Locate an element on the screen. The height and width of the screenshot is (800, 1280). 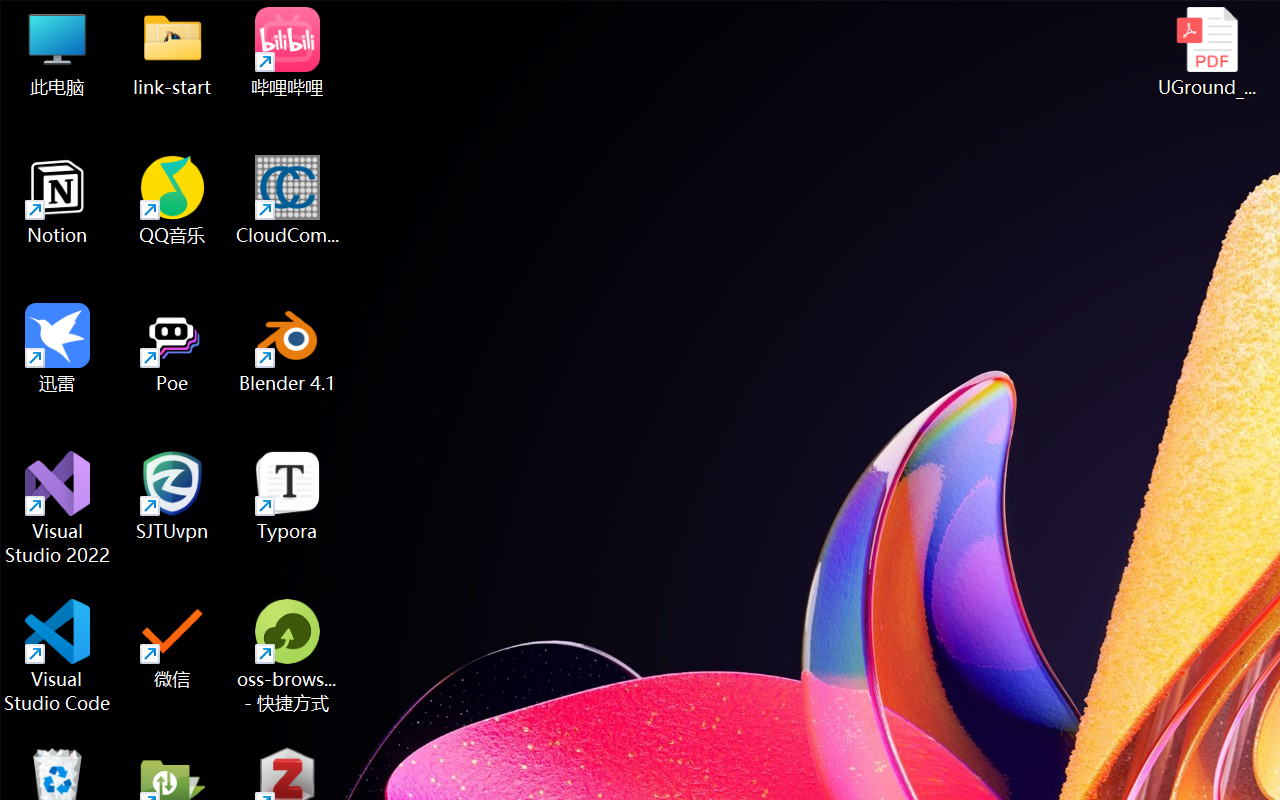
'UGround_paper.pdf' is located at coordinates (1206, 51).